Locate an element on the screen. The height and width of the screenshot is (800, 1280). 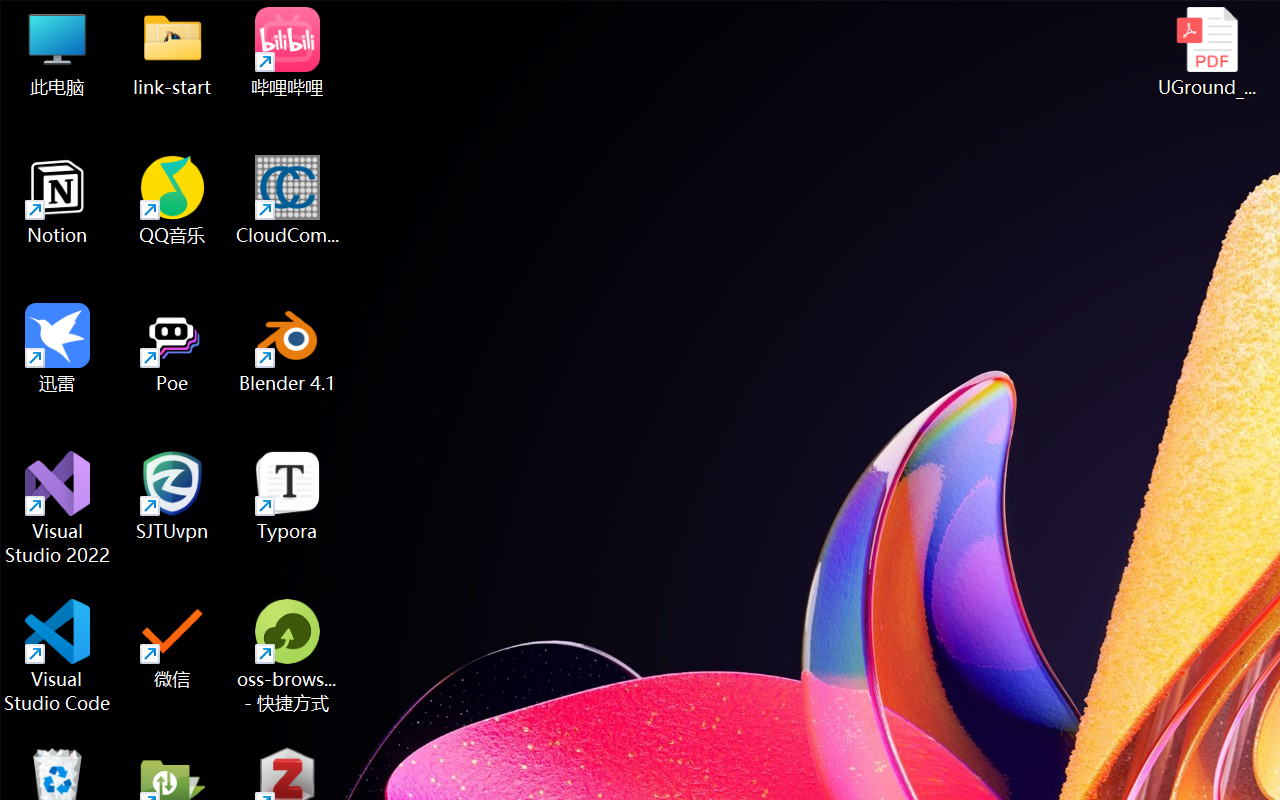
'UGround_paper.pdf' is located at coordinates (1206, 51).